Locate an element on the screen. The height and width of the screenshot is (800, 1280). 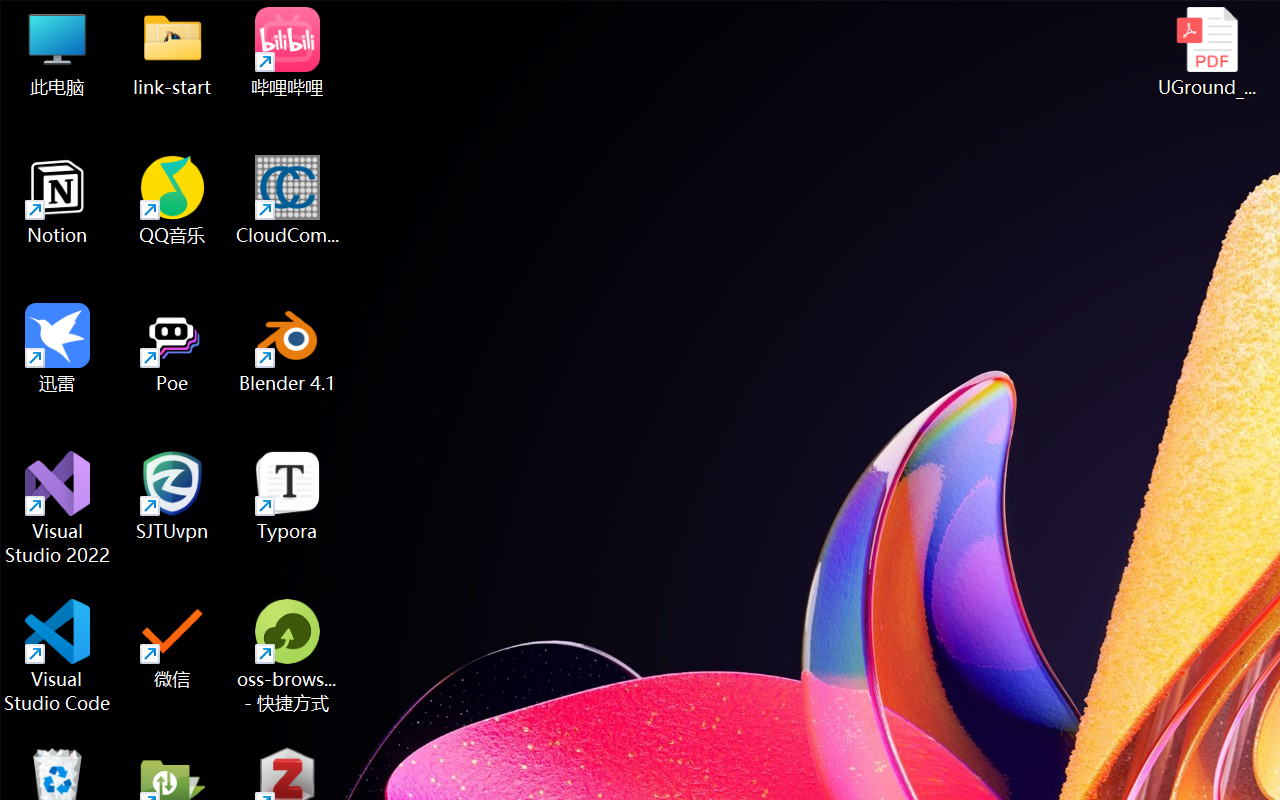
'UGround_paper.pdf' is located at coordinates (1206, 51).